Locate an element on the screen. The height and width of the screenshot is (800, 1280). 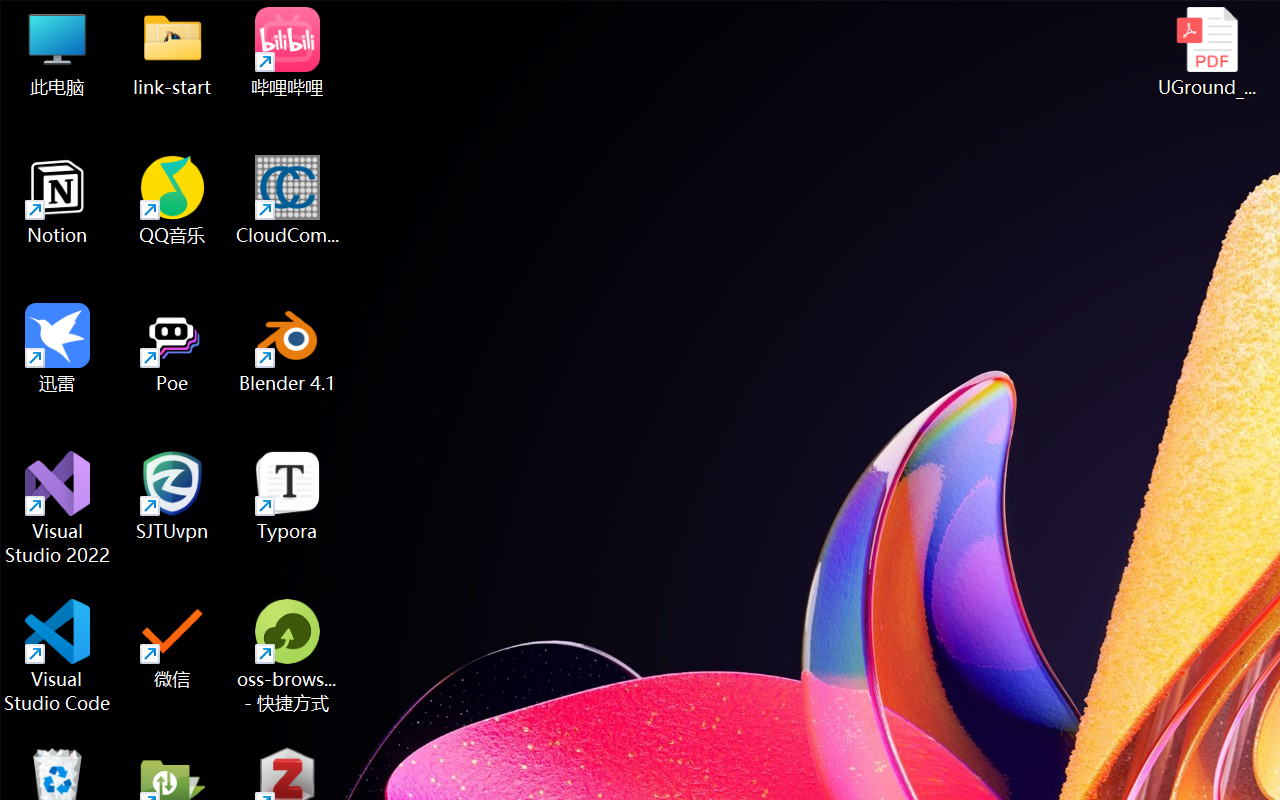
'UGround_paper.pdf' is located at coordinates (1206, 51).